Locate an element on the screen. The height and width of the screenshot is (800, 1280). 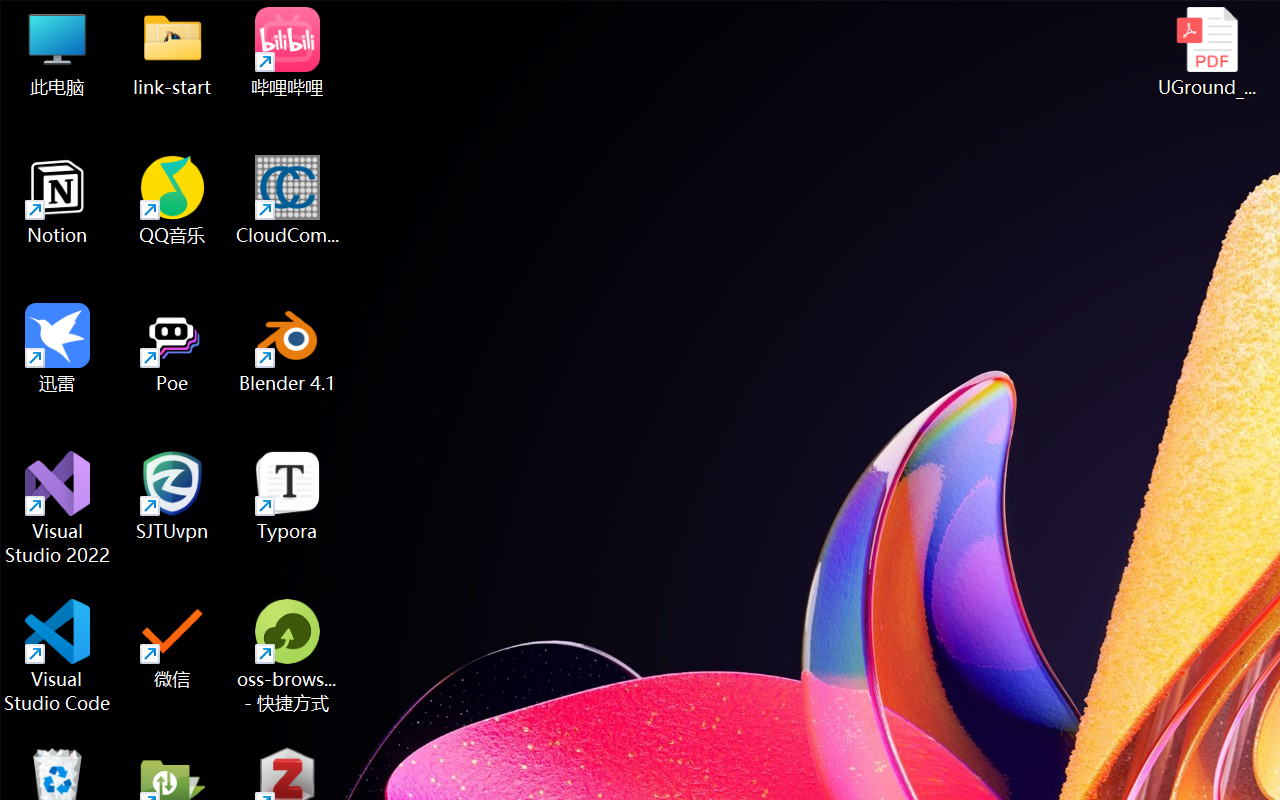
'UGround_paper.pdf' is located at coordinates (1206, 51).